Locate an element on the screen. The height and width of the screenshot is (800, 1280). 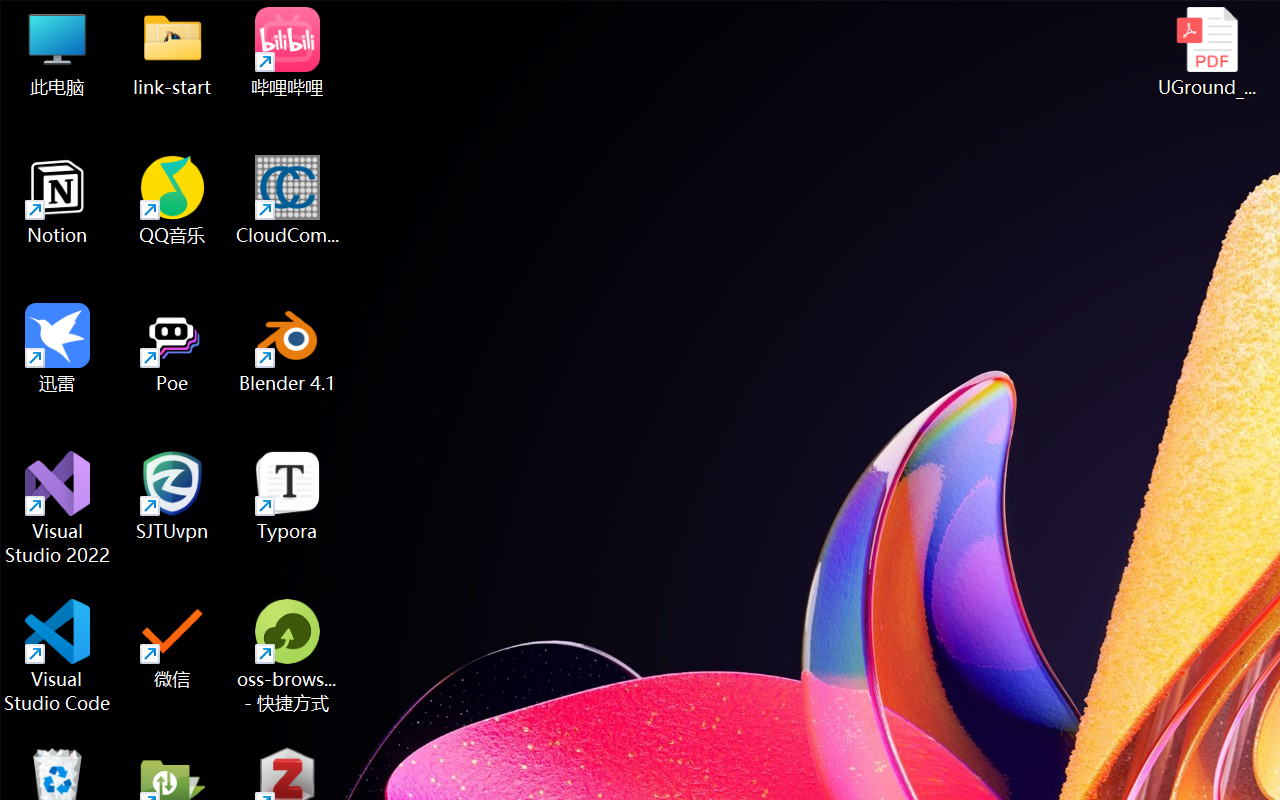
'UGround_paper.pdf' is located at coordinates (1206, 51).